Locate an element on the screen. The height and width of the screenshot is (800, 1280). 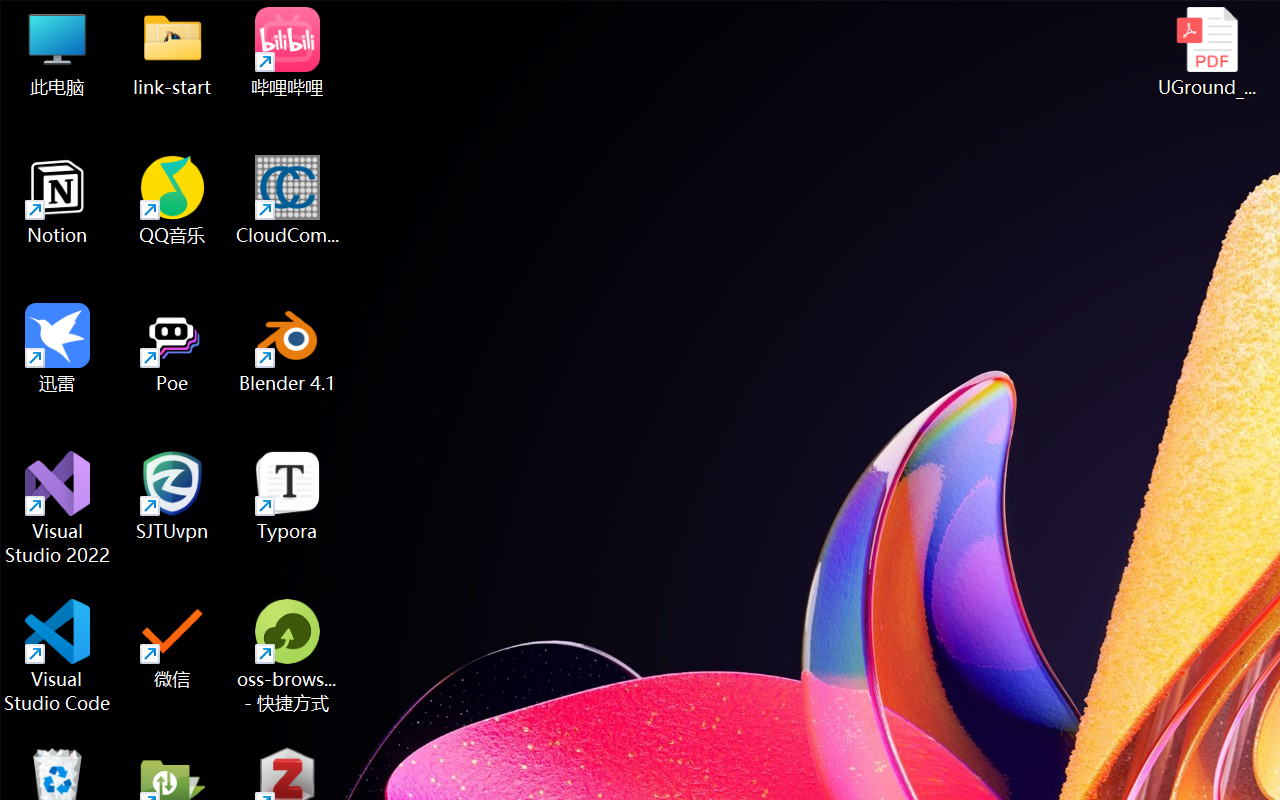
'UGround_paper.pdf' is located at coordinates (1206, 51).